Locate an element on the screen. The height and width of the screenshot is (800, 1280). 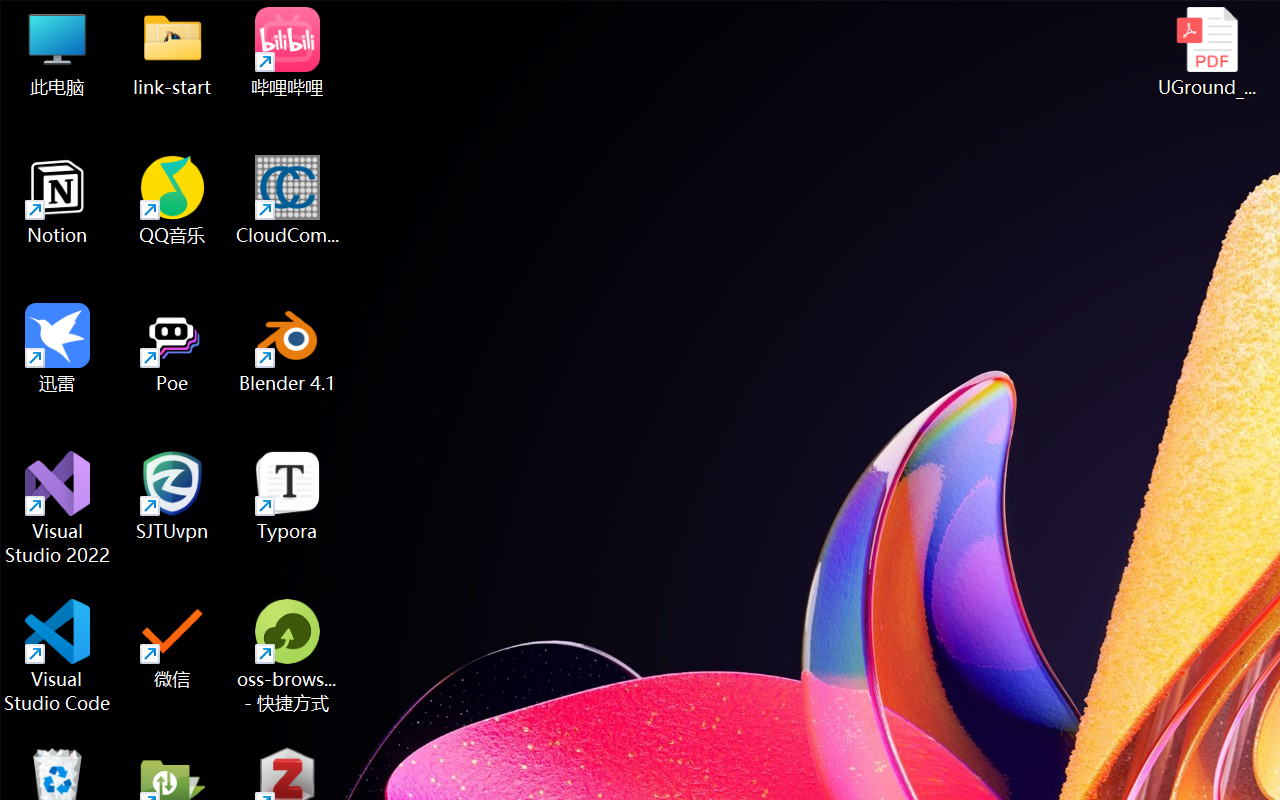
'UGround_paper.pdf' is located at coordinates (1206, 51).